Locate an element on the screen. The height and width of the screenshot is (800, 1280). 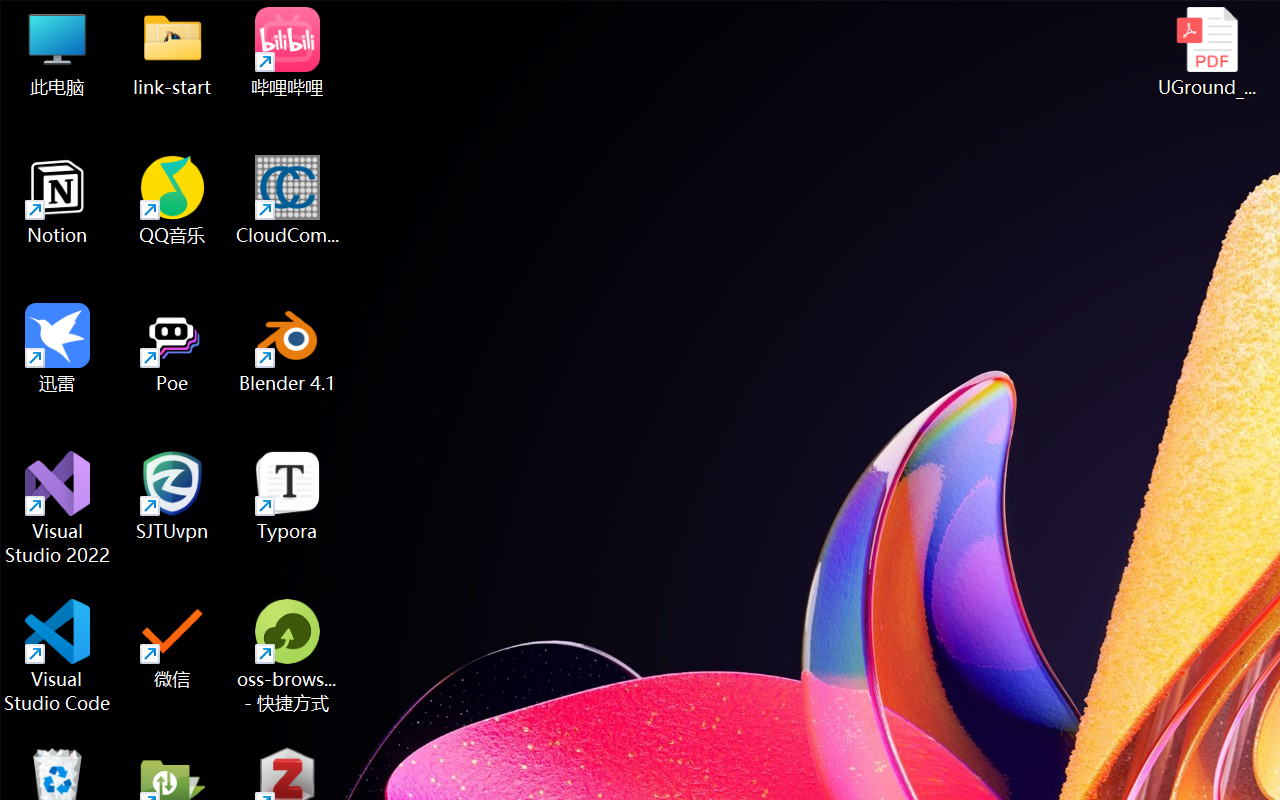
'UGround_paper.pdf' is located at coordinates (1206, 51).